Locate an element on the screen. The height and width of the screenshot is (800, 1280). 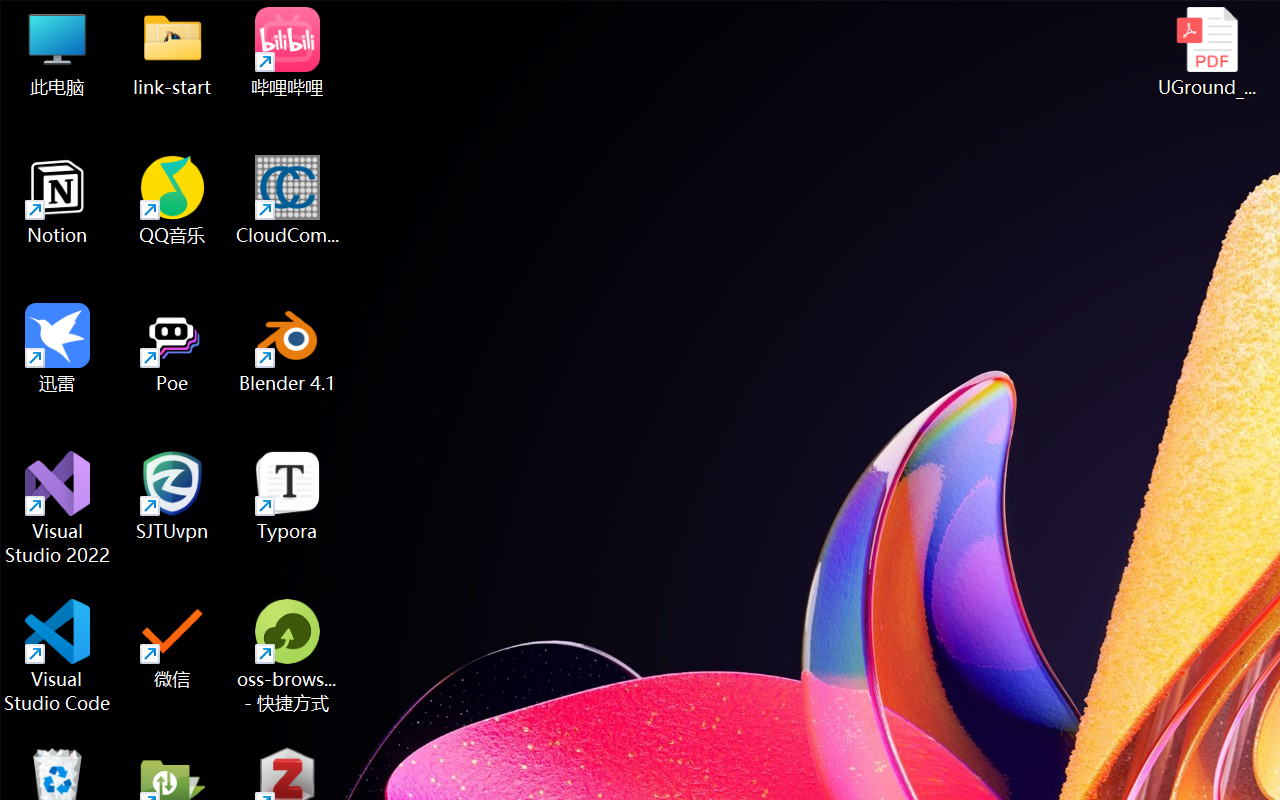
'UGround_paper.pdf' is located at coordinates (1206, 51).